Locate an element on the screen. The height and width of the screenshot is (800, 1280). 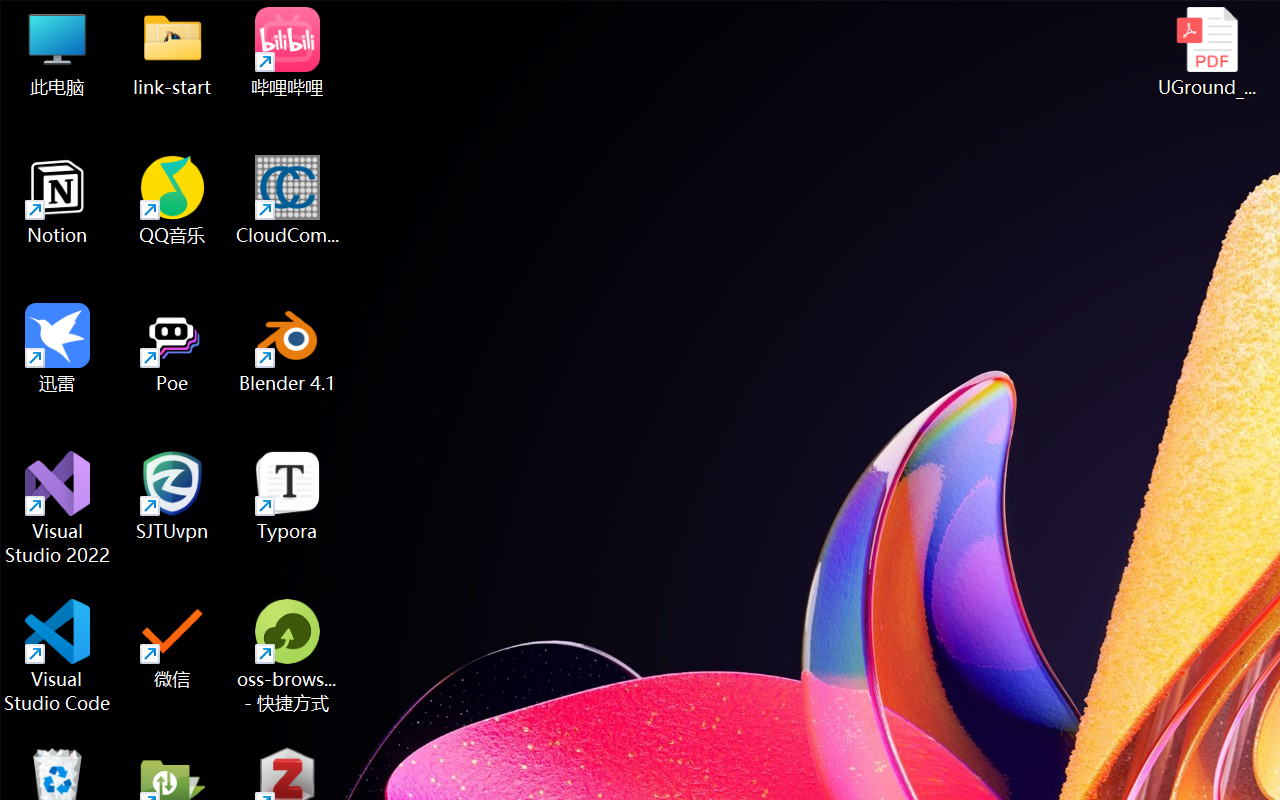
'UGround_paper.pdf' is located at coordinates (1206, 51).